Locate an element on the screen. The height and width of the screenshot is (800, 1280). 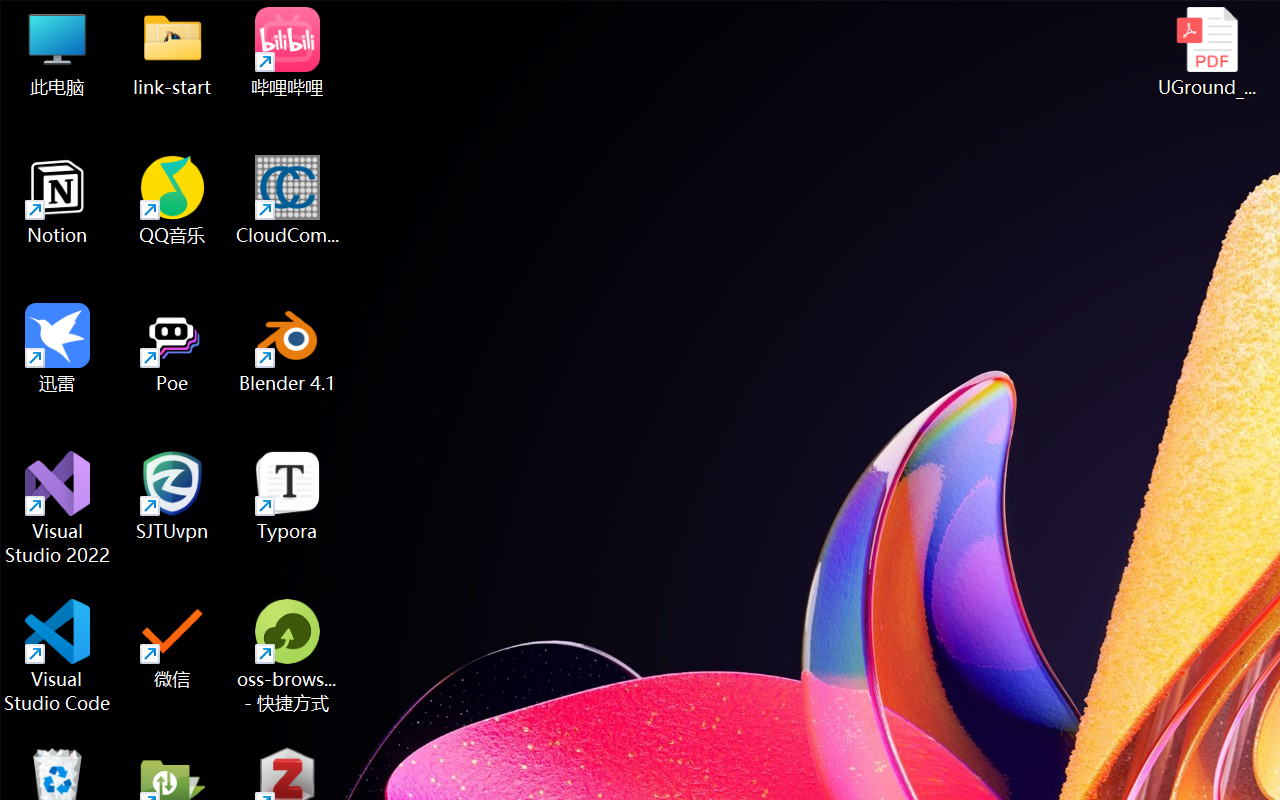
'UGround_paper.pdf' is located at coordinates (1206, 51).